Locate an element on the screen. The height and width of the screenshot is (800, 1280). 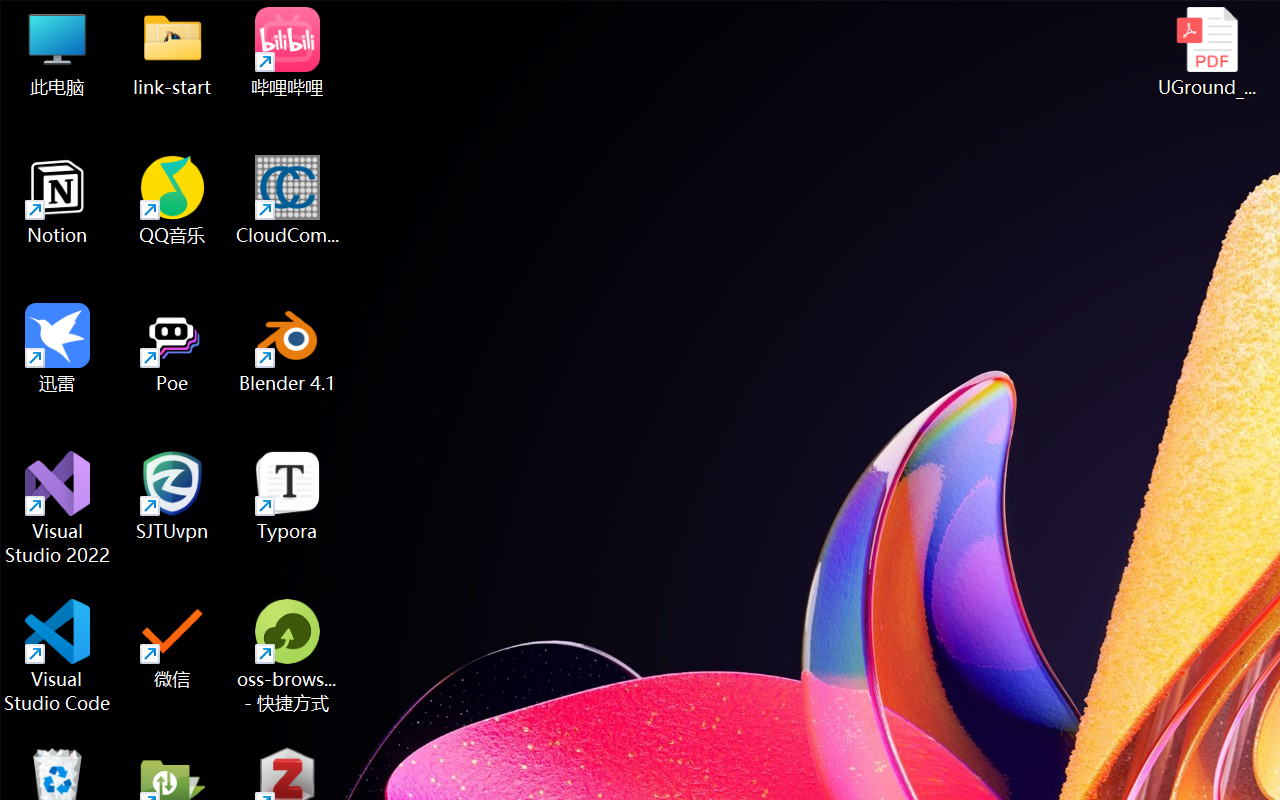
'UGround_paper.pdf' is located at coordinates (1206, 51).